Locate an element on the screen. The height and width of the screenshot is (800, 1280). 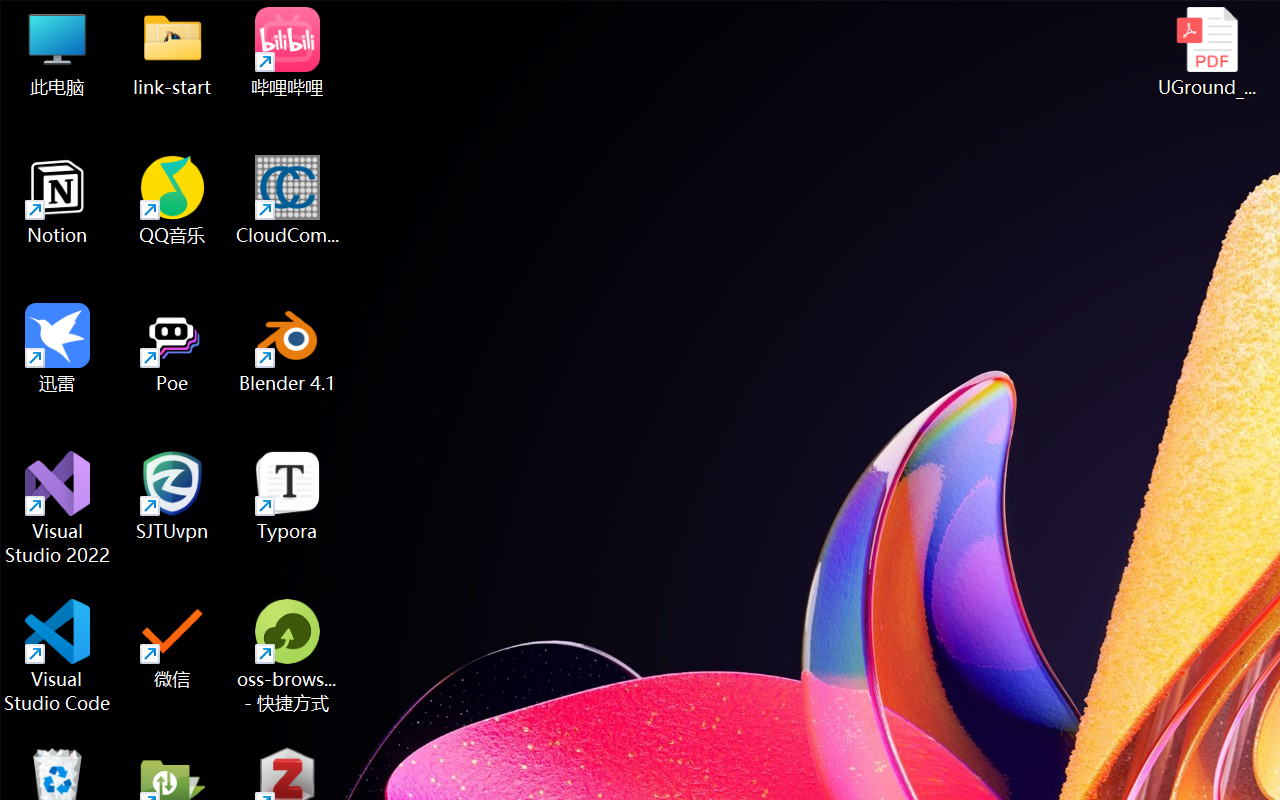
'UGround_paper.pdf' is located at coordinates (1206, 51).